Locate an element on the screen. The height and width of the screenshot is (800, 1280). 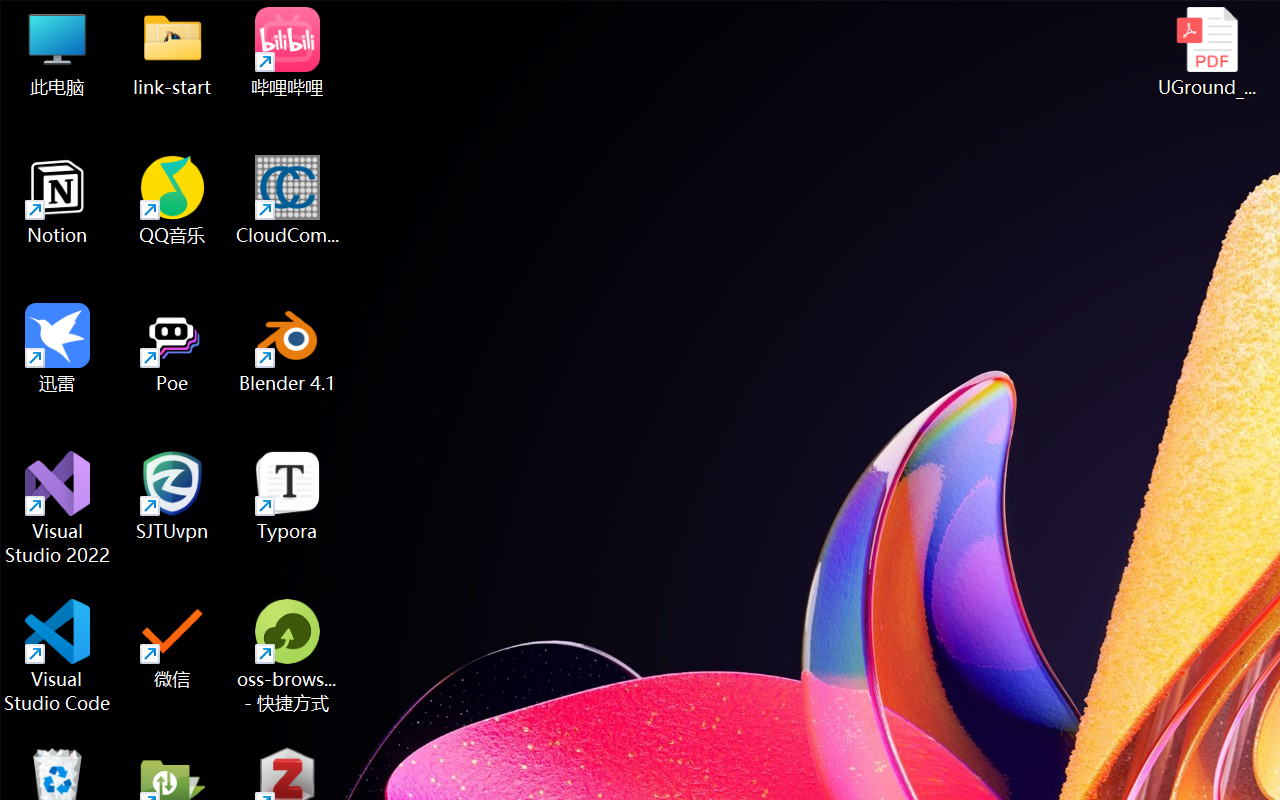
'UGround_paper.pdf' is located at coordinates (1206, 51).